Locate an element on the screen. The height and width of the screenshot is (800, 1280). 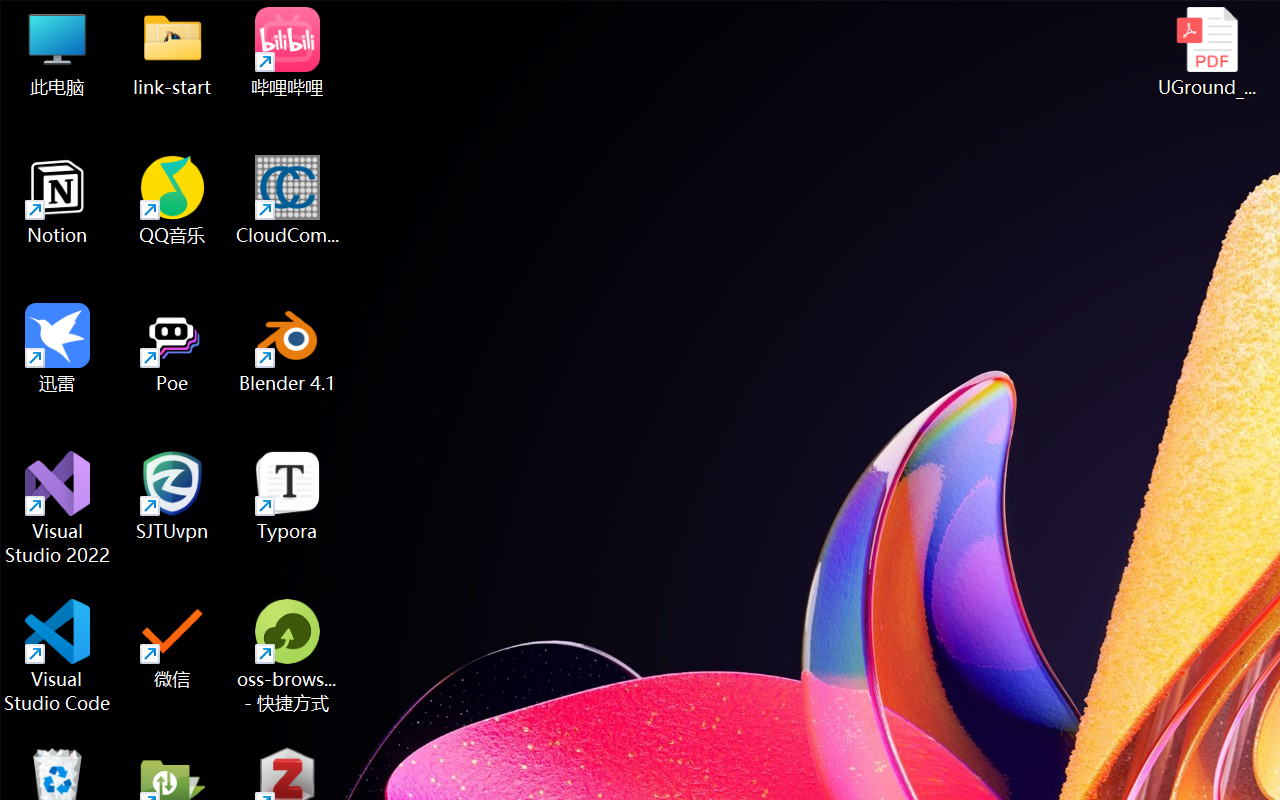
'UGround_paper.pdf' is located at coordinates (1206, 51).